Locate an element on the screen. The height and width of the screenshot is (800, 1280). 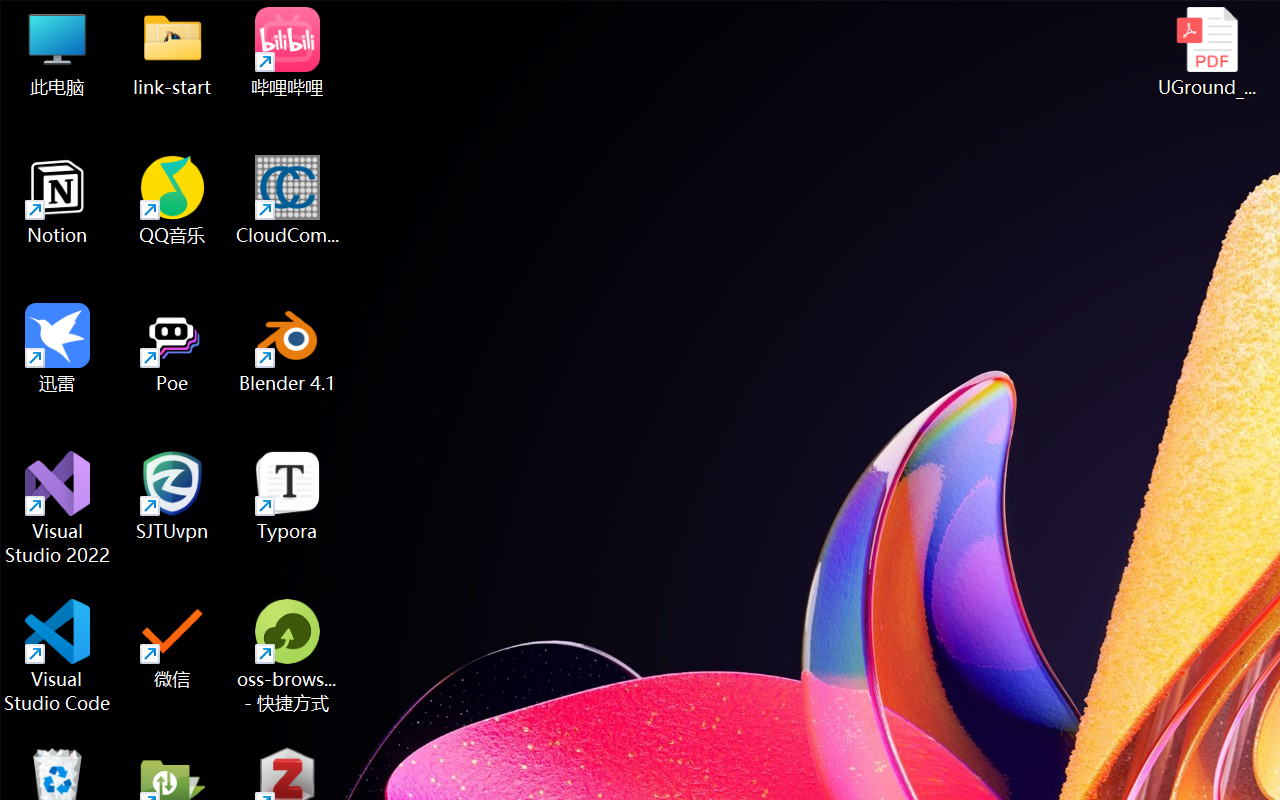
'UGround_paper.pdf' is located at coordinates (1206, 51).